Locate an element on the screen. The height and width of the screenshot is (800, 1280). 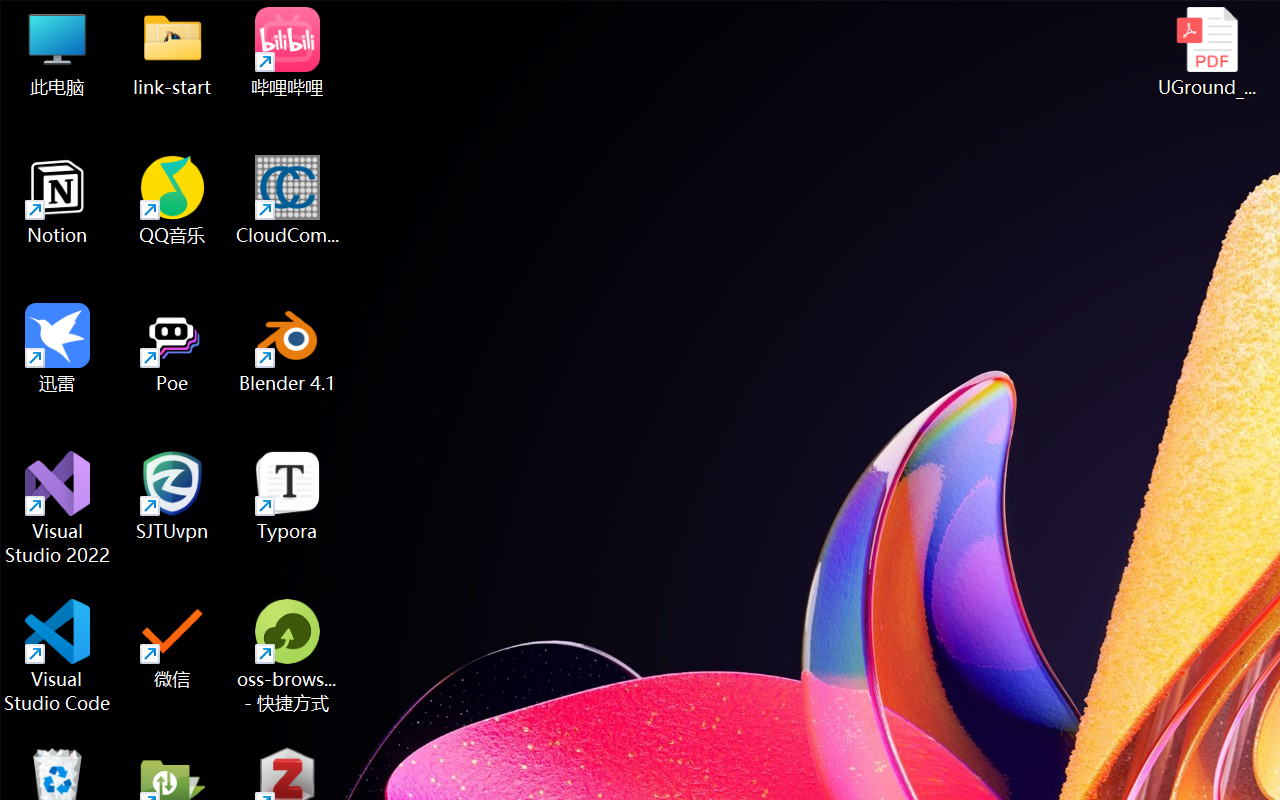
'UGround_paper.pdf' is located at coordinates (1206, 51).